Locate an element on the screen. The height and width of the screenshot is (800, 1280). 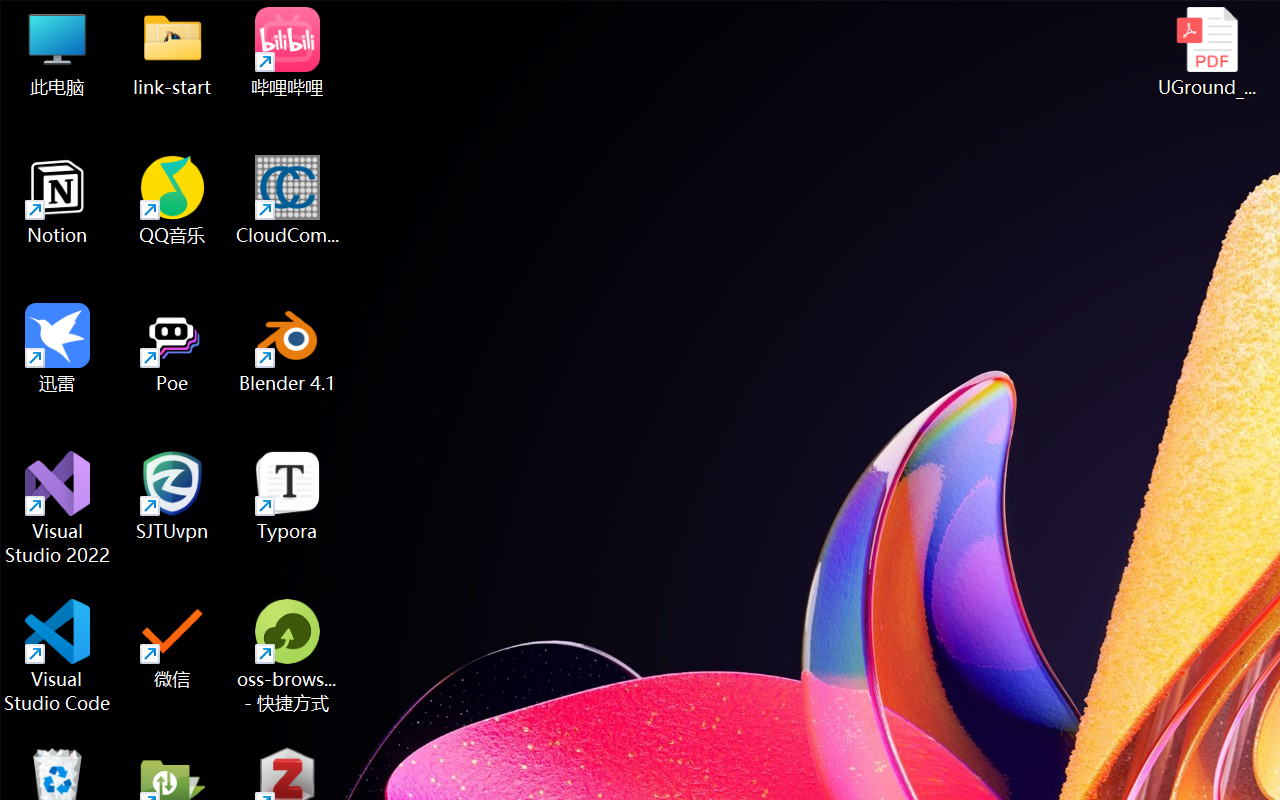
'UGround_paper.pdf' is located at coordinates (1206, 51).